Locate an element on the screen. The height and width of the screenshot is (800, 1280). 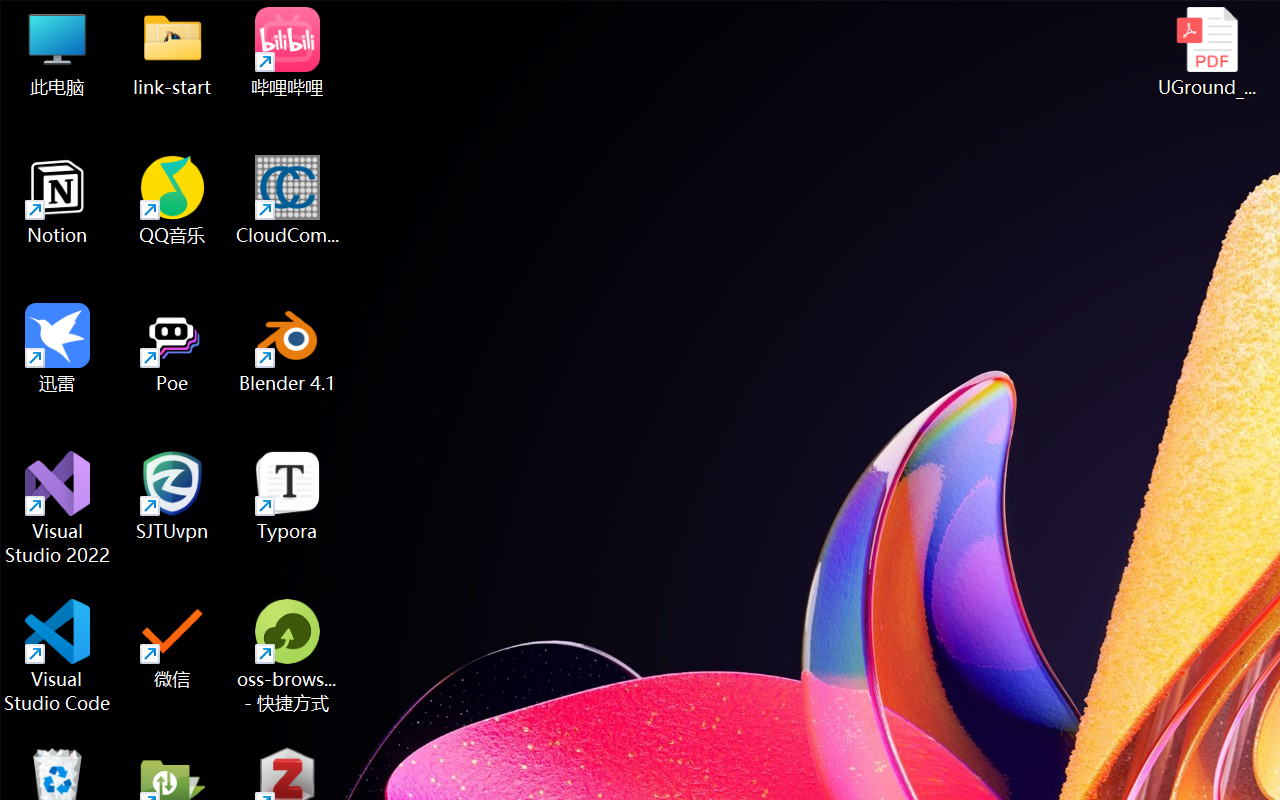
'UGround_paper.pdf' is located at coordinates (1206, 51).